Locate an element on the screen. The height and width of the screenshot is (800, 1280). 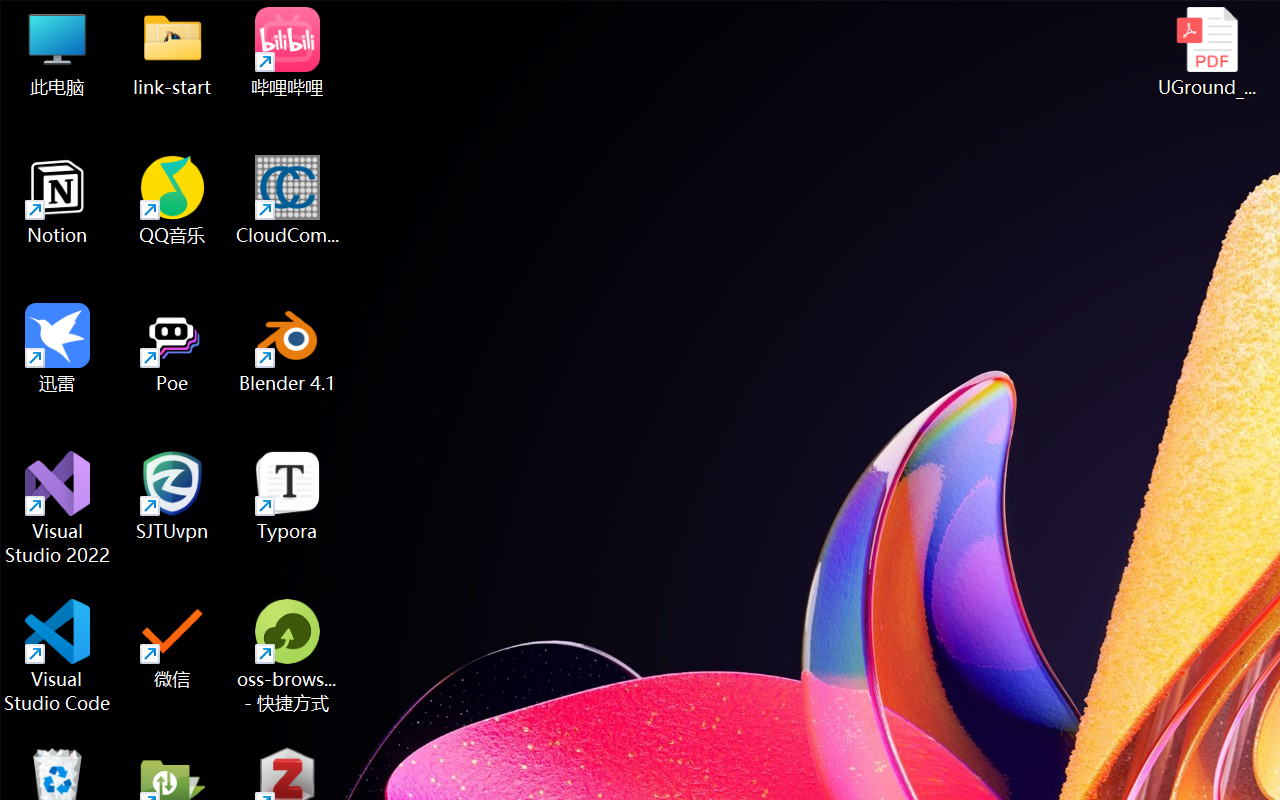
'UGround_paper.pdf' is located at coordinates (1206, 51).